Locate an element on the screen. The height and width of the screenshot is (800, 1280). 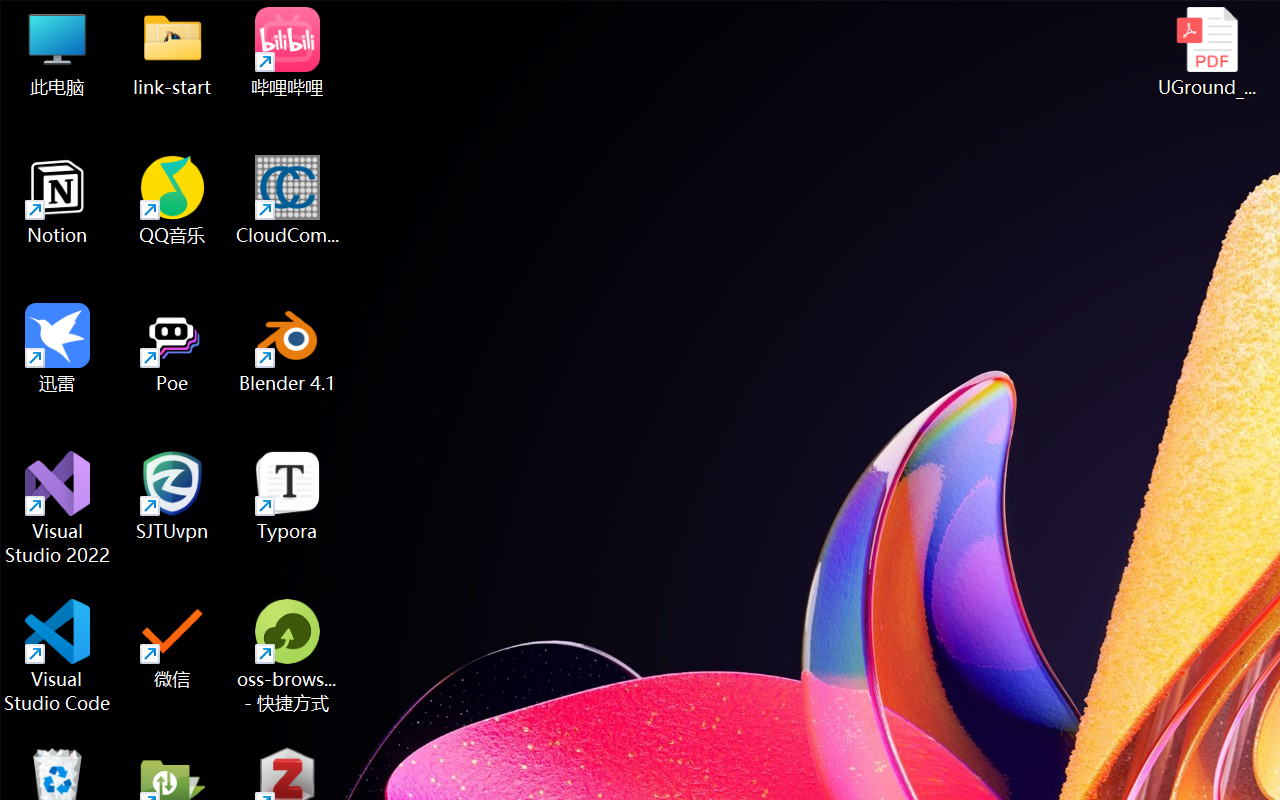
'UGround_paper.pdf' is located at coordinates (1206, 51).